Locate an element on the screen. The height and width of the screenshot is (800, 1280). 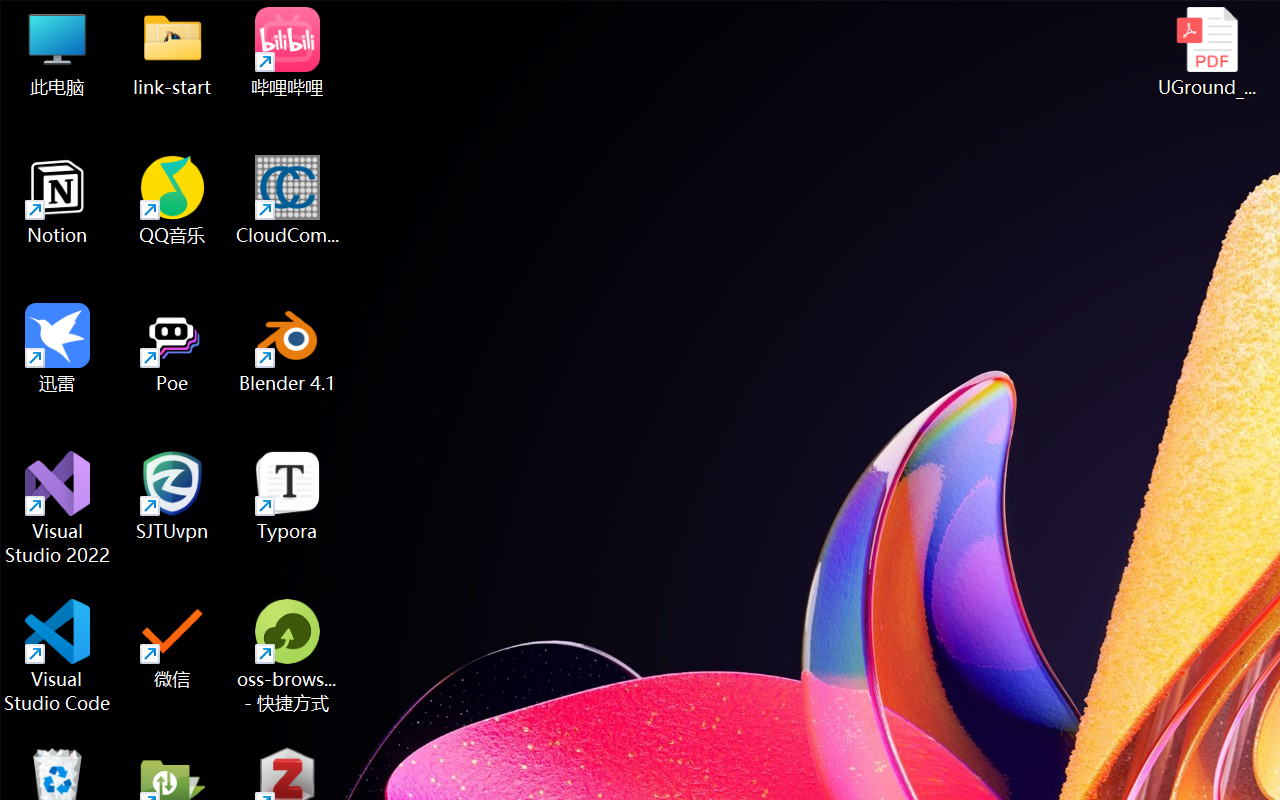
'UGround_paper.pdf' is located at coordinates (1206, 51).